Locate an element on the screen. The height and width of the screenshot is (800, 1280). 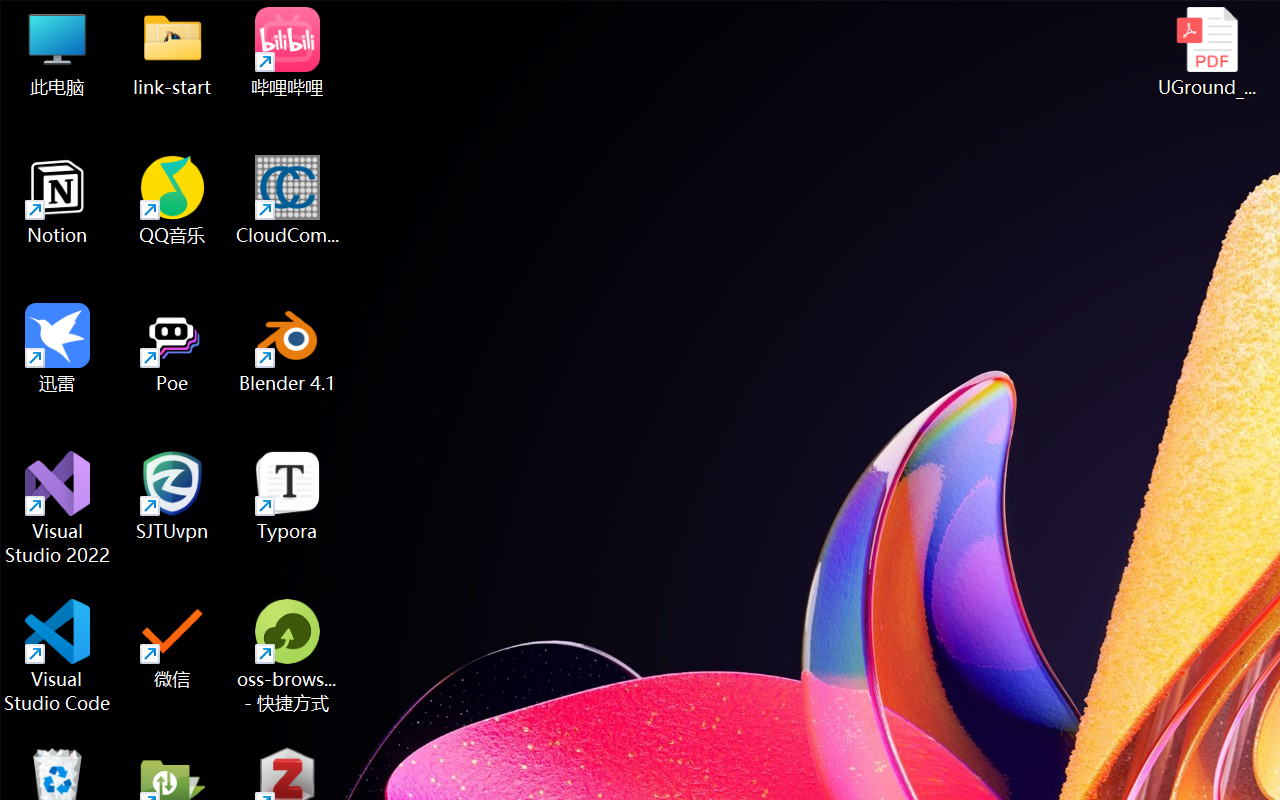
'UGround_paper.pdf' is located at coordinates (1206, 51).